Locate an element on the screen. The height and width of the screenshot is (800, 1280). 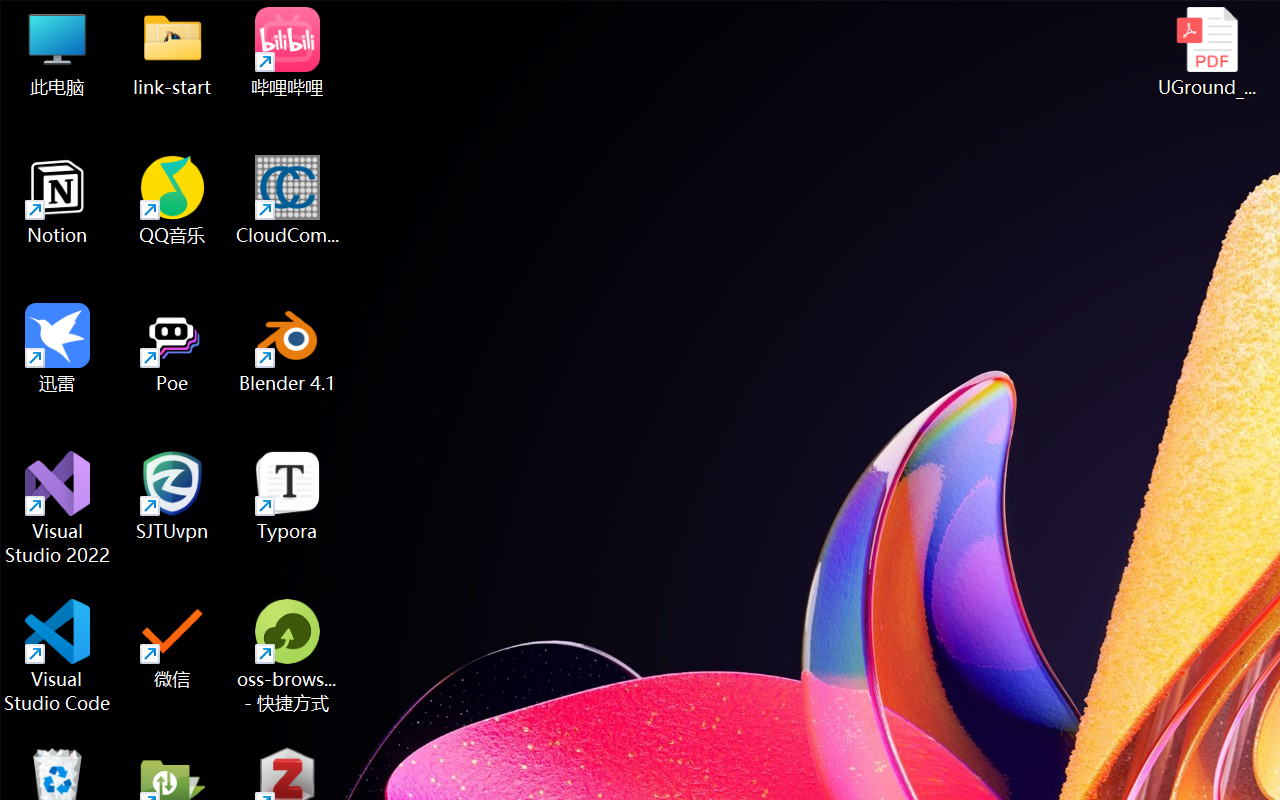
'UGround_paper.pdf' is located at coordinates (1206, 51).